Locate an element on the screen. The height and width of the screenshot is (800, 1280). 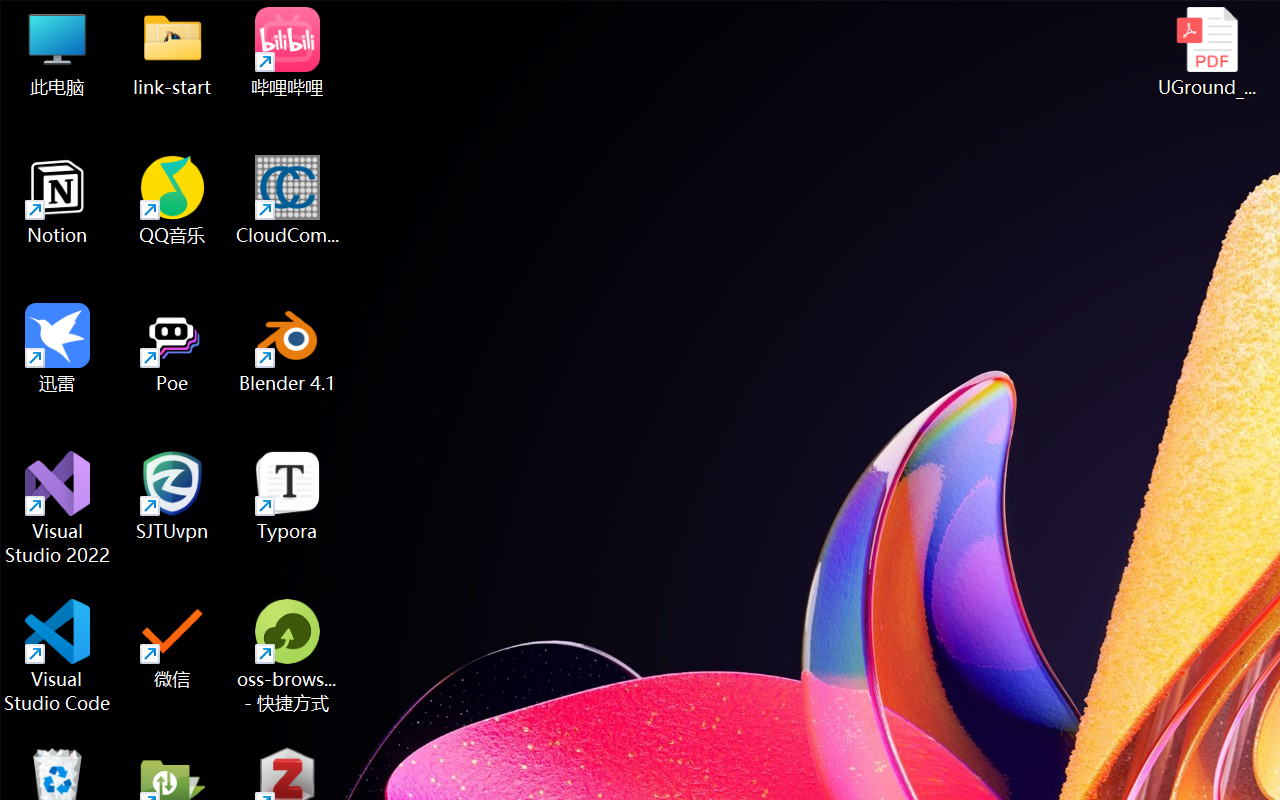
'UGround_paper.pdf' is located at coordinates (1206, 51).